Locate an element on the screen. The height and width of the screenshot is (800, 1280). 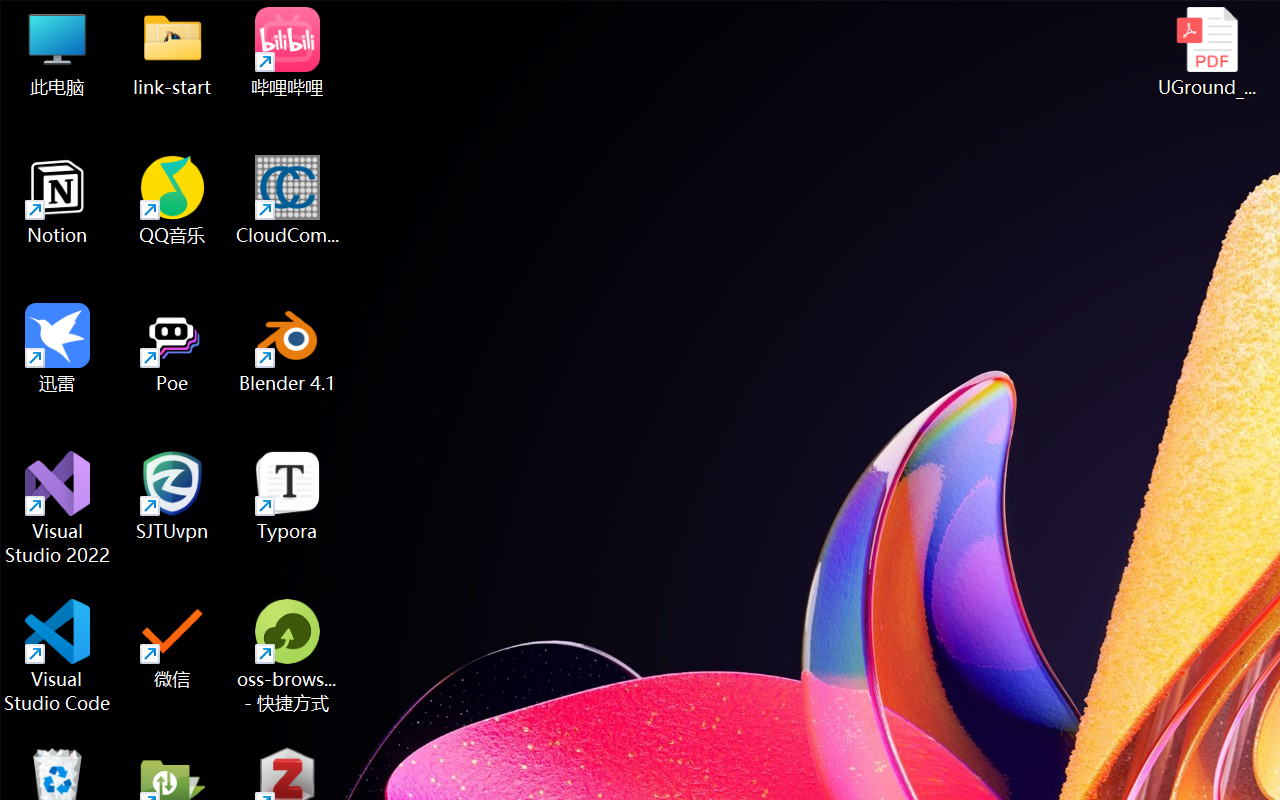
'UGround_paper.pdf' is located at coordinates (1206, 51).